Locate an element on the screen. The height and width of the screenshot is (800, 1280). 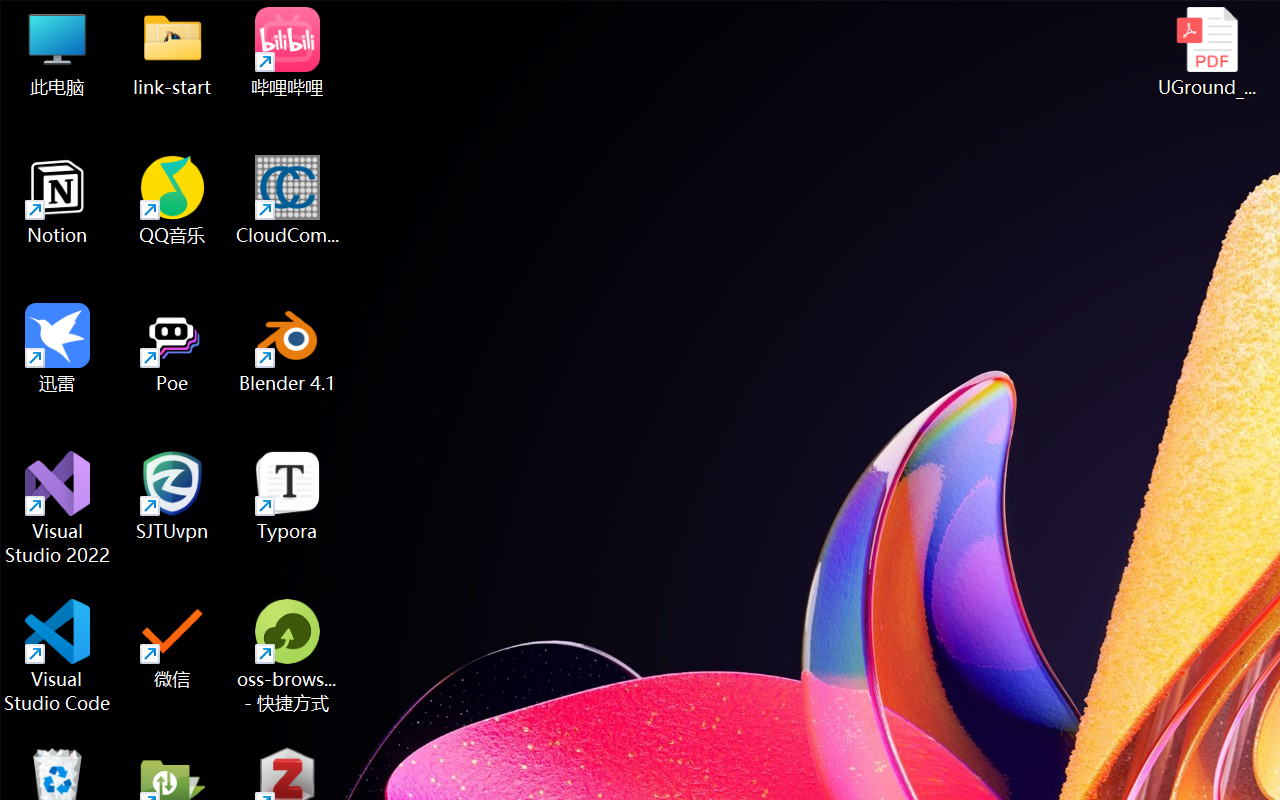
'UGround_paper.pdf' is located at coordinates (1206, 51).